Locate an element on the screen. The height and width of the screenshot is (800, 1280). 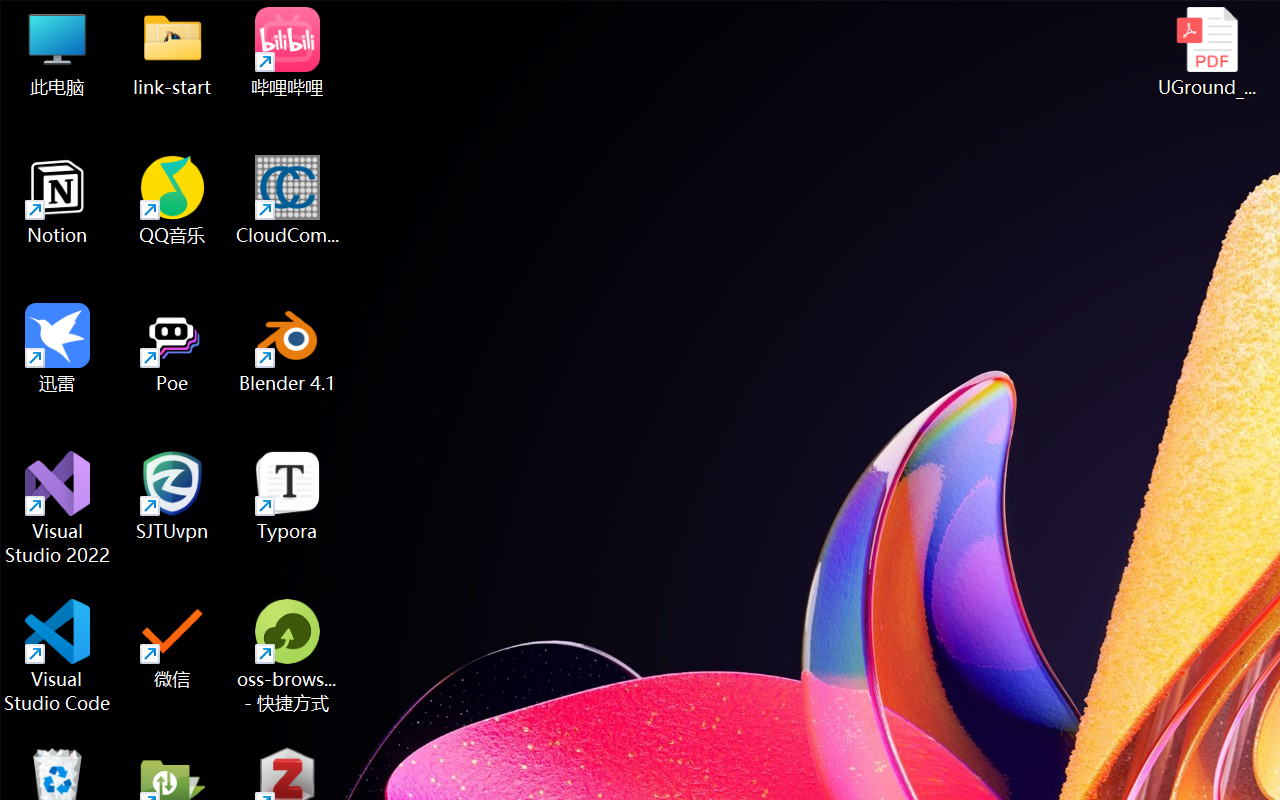
'UGround_paper.pdf' is located at coordinates (1206, 51).